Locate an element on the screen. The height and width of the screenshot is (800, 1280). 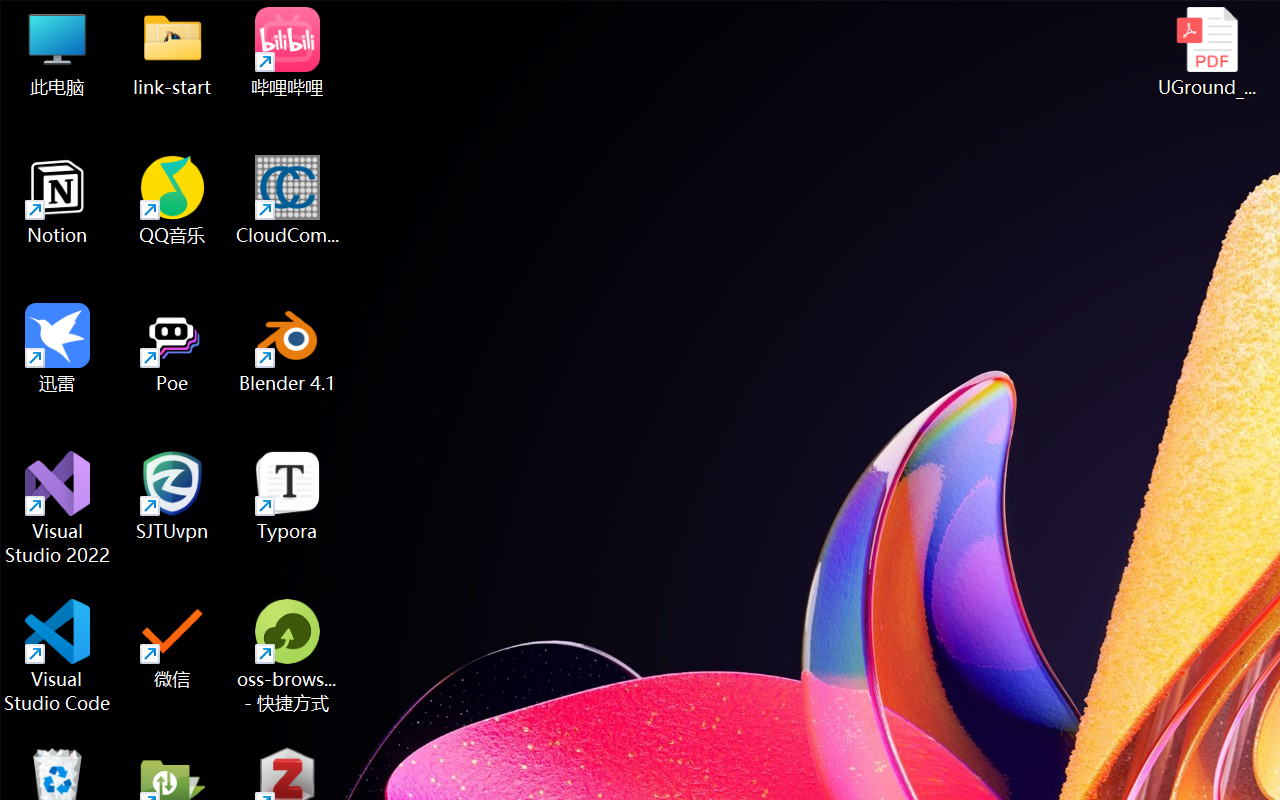
'UGround_paper.pdf' is located at coordinates (1206, 51).